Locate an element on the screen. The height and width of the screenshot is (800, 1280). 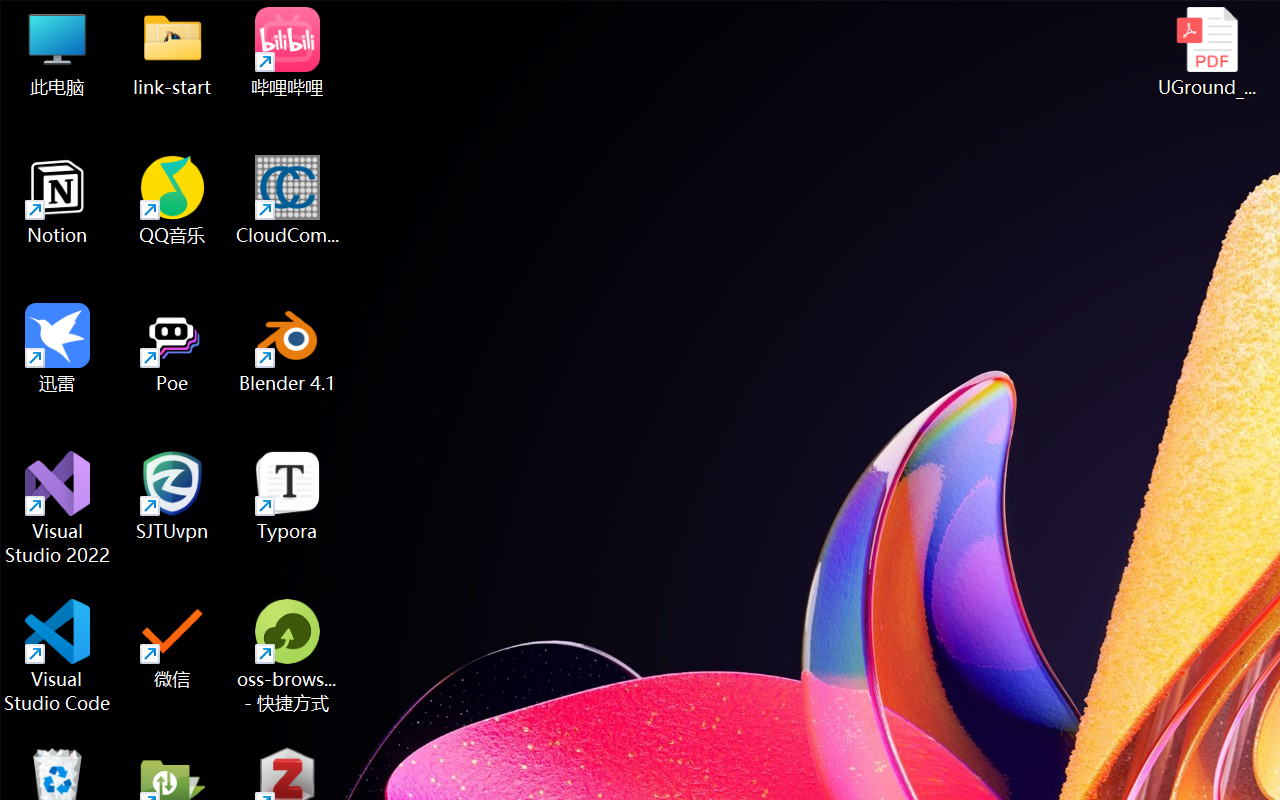
'UGround_paper.pdf' is located at coordinates (1206, 51).